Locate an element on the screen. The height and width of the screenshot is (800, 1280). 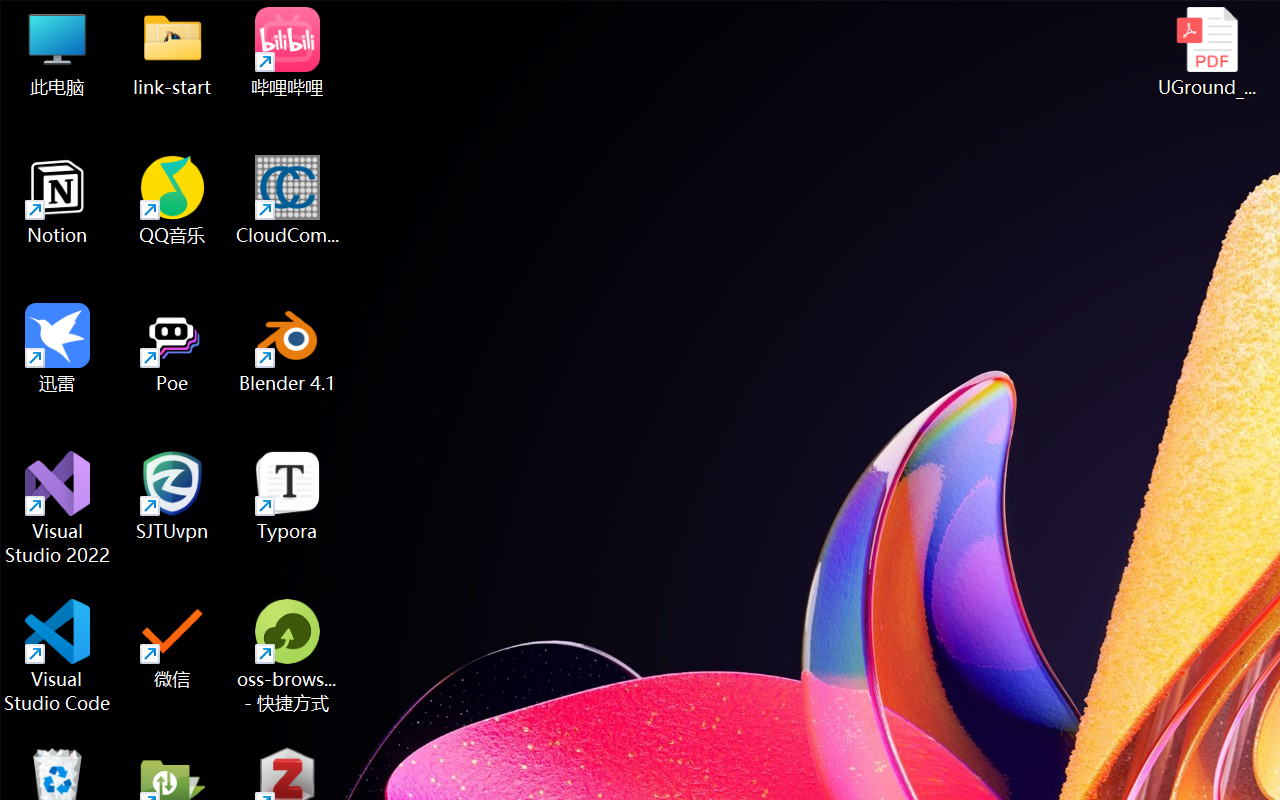
'UGround_paper.pdf' is located at coordinates (1206, 51).